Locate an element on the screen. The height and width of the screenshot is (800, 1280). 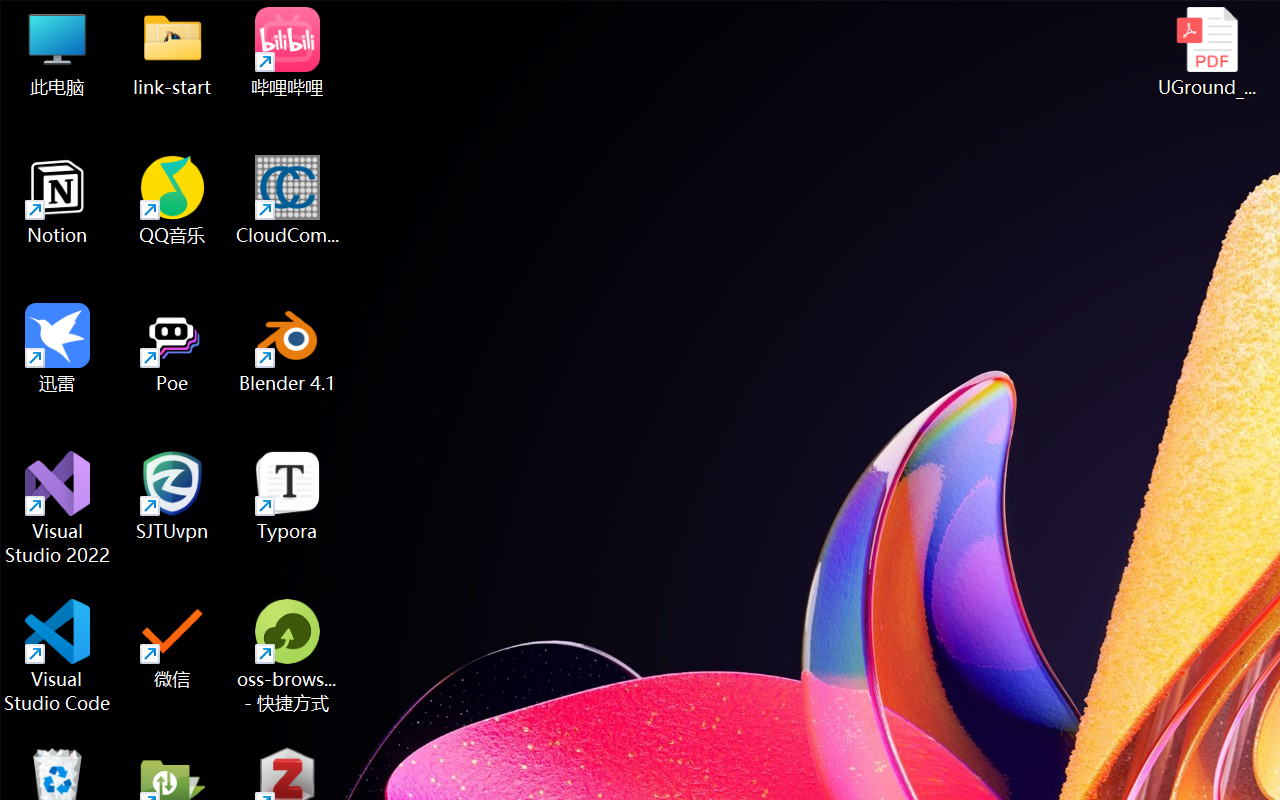
'UGround_paper.pdf' is located at coordinates (1206, 51).